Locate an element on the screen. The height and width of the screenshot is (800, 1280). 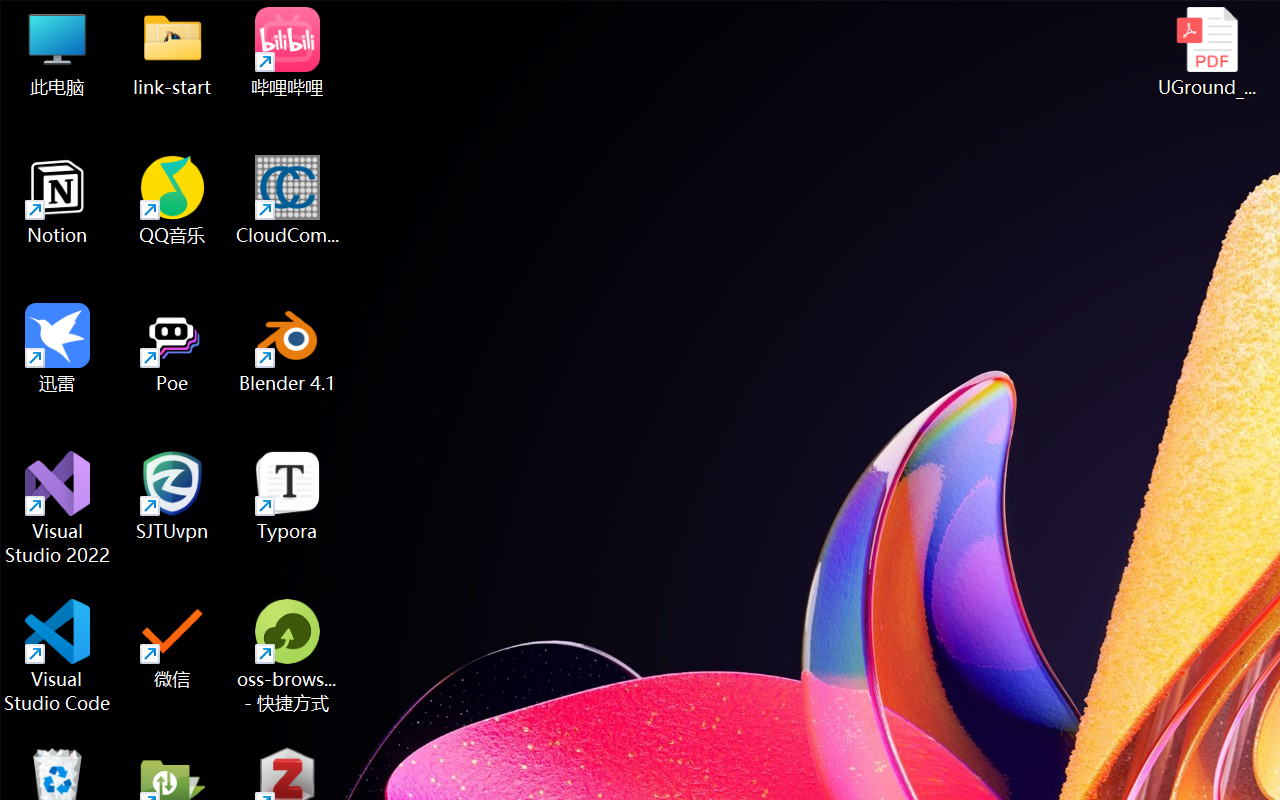
'UGround_paper.pdf' is located at coordinates (1206, 51).